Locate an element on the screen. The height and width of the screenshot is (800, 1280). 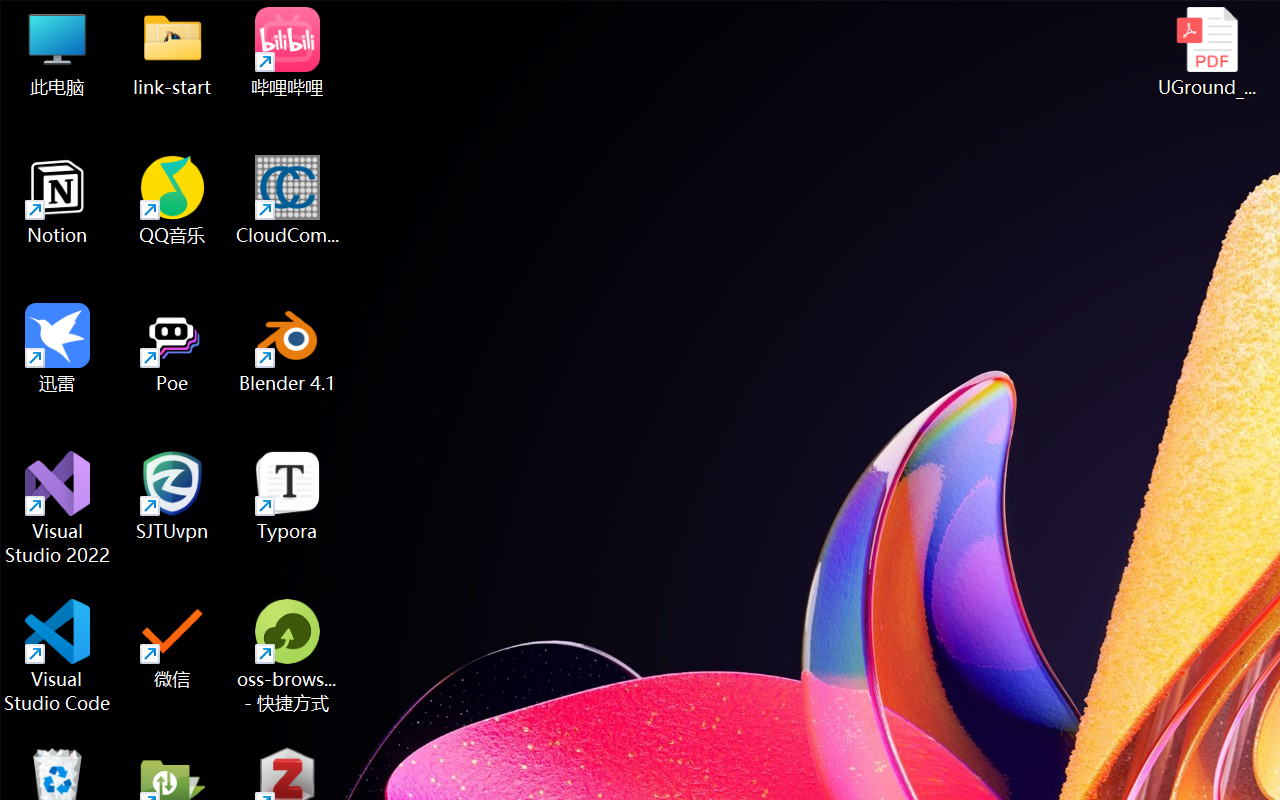
'UGround_paper.pdf' is located at coordinates (1206, 51).